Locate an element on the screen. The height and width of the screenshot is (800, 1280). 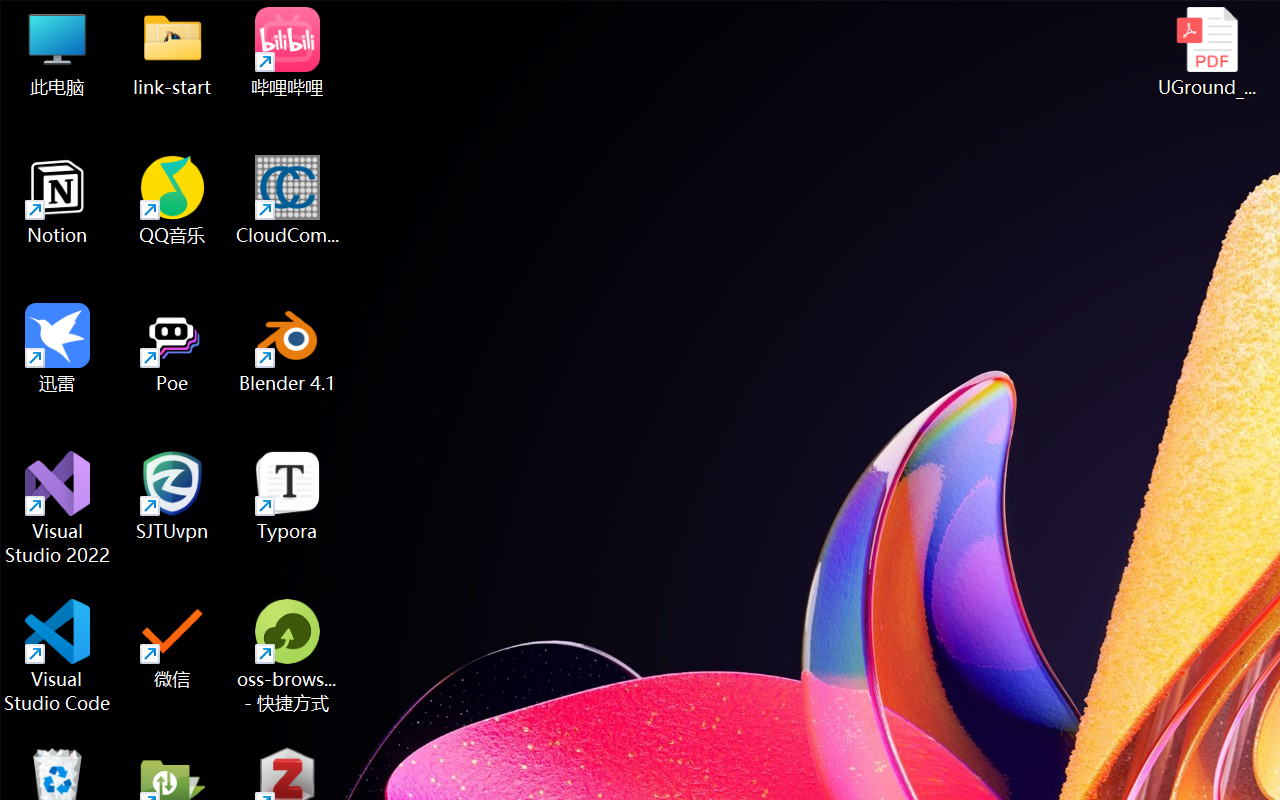
'UGround_paper.pdf' is located at coordinates (1206, 51).